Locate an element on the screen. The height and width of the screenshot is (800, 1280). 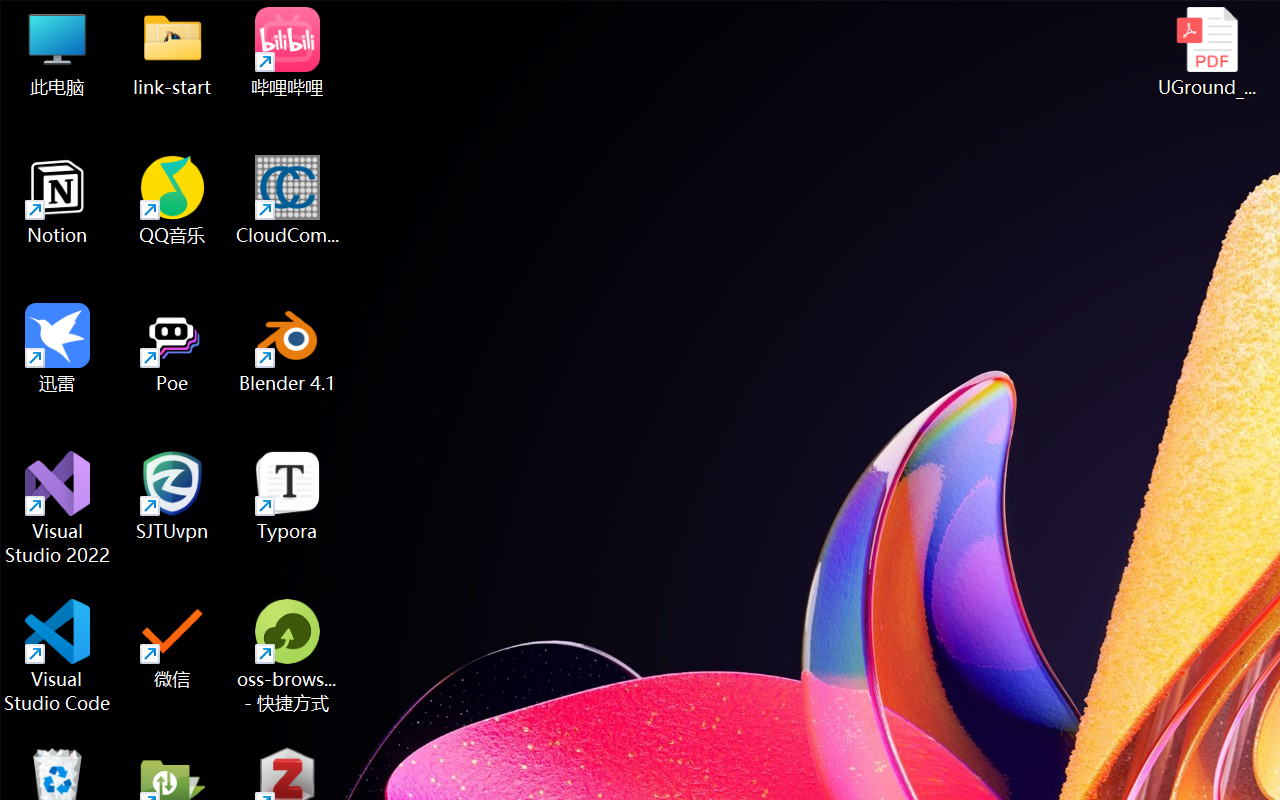
'UGround_paper.pdf' is located at coordinates (1206, 51).